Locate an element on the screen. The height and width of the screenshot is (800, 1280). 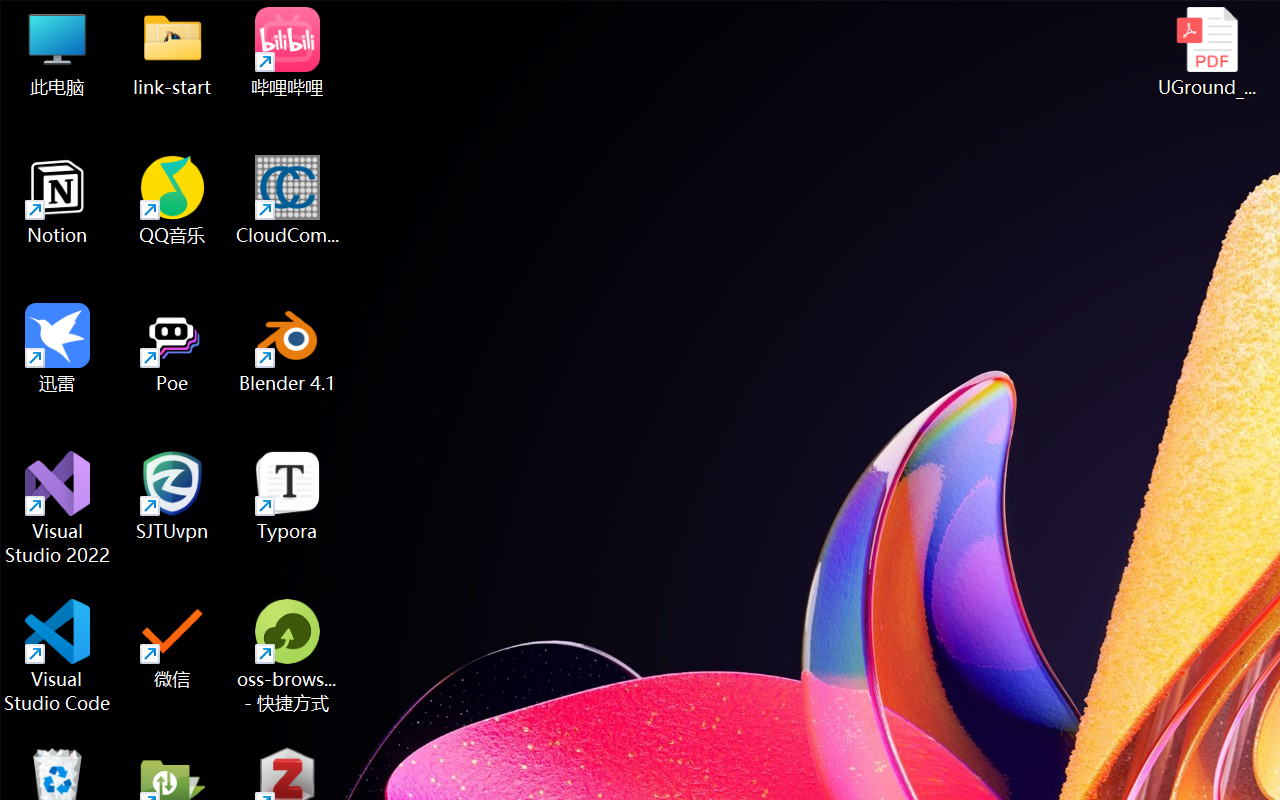
'UGround_paper.pdf' is located at coordinates (1206, 51).